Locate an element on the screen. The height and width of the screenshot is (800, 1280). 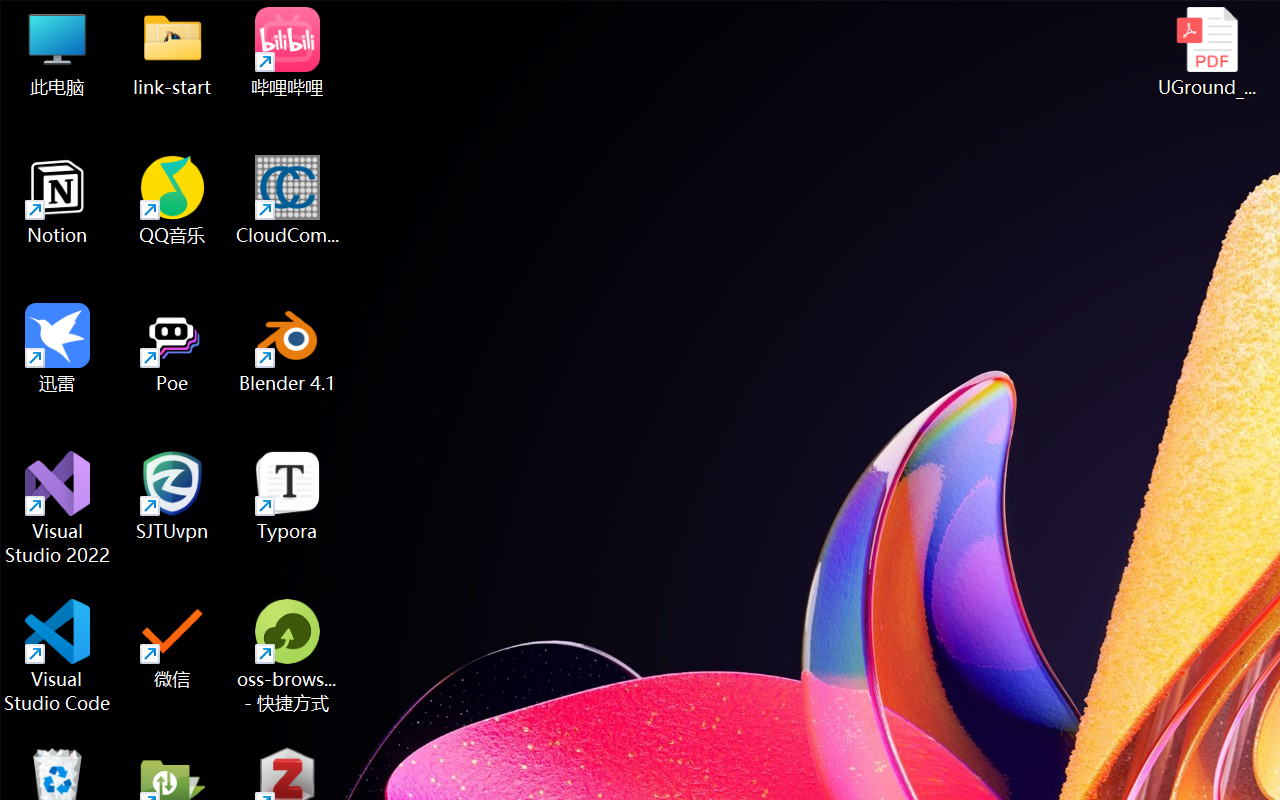
'UGround_paper.pdf' is located at coordinates (1206, 51).